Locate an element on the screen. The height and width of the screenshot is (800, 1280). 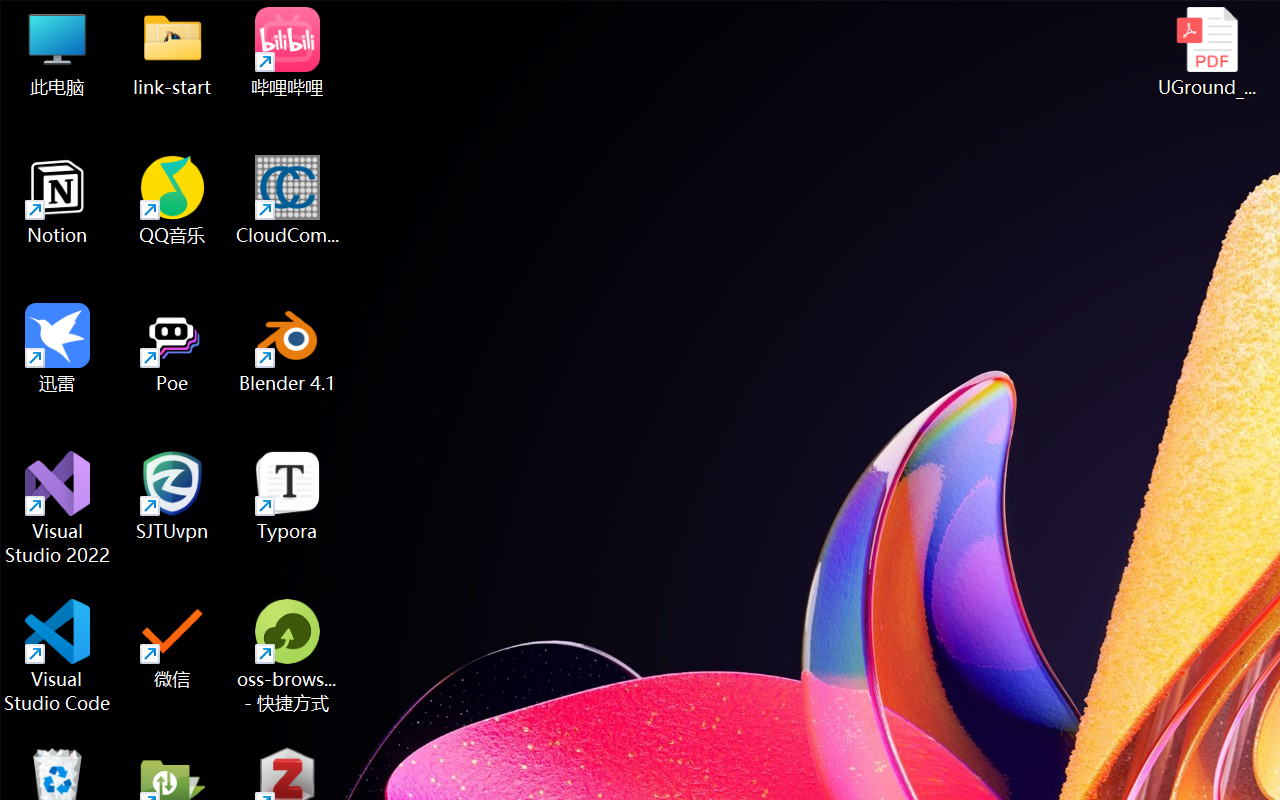
'UGround_paper.pdf' is located at coordinates (1206, 51).